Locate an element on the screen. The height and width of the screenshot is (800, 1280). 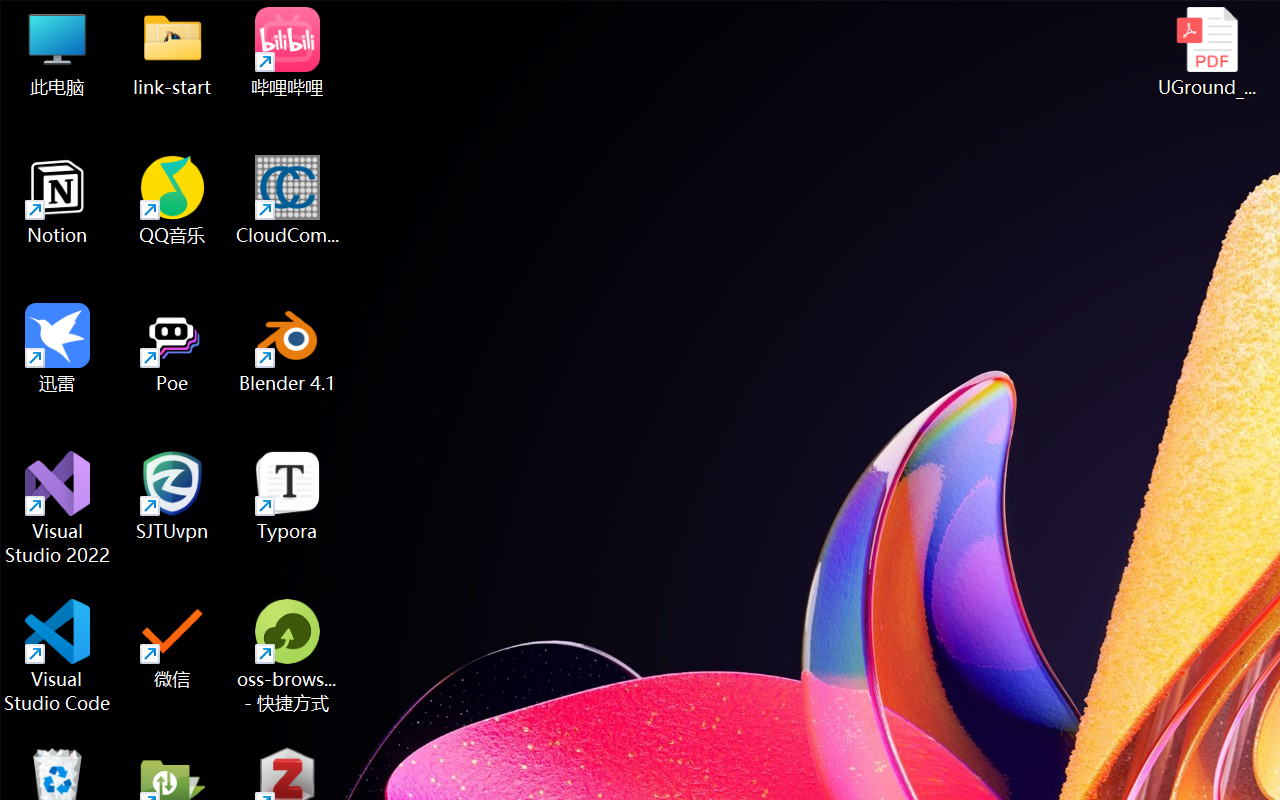
'UGround_paper.pdf' is located at coordinates (1206, 51).